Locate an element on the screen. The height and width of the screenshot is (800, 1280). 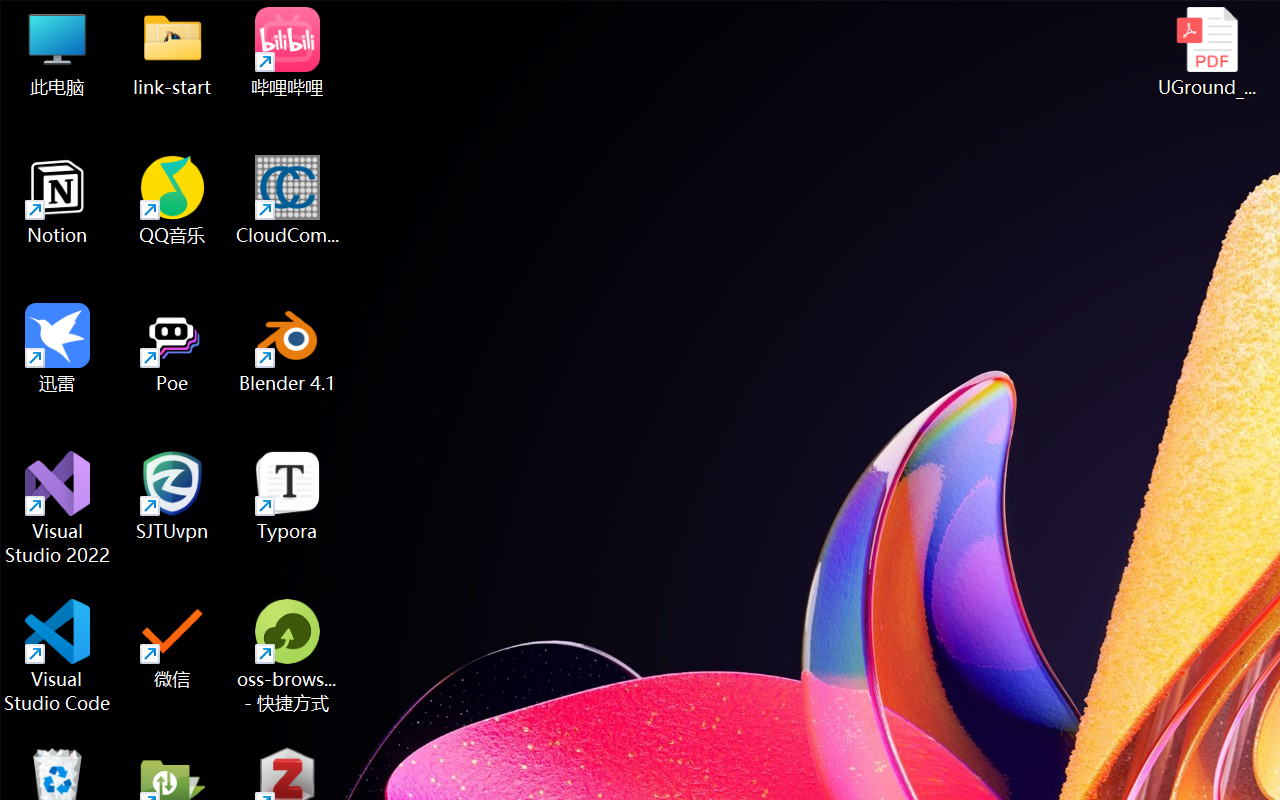
'UGround_paper.pdf' is located at coordinates (1206, 51).